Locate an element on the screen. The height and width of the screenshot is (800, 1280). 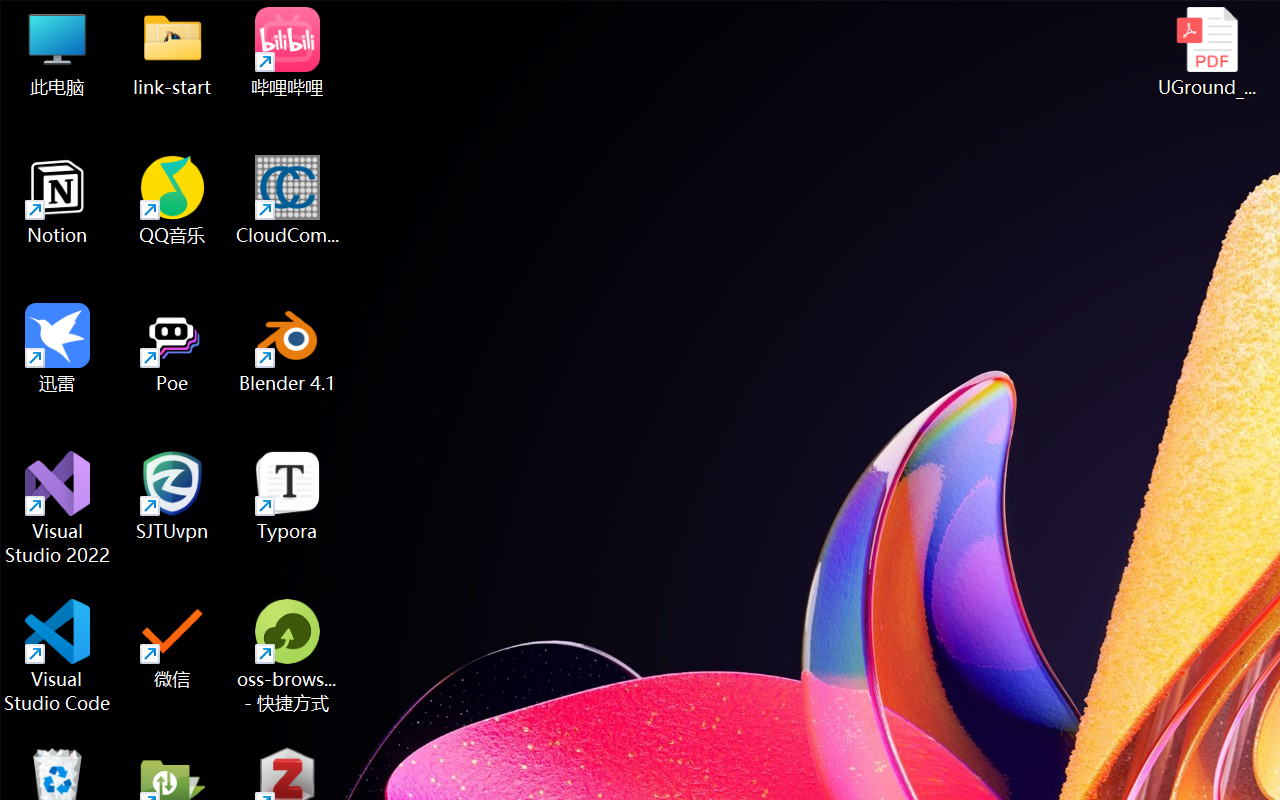
'UGround_paper.pdf' is located at coordinates (1206, 51).